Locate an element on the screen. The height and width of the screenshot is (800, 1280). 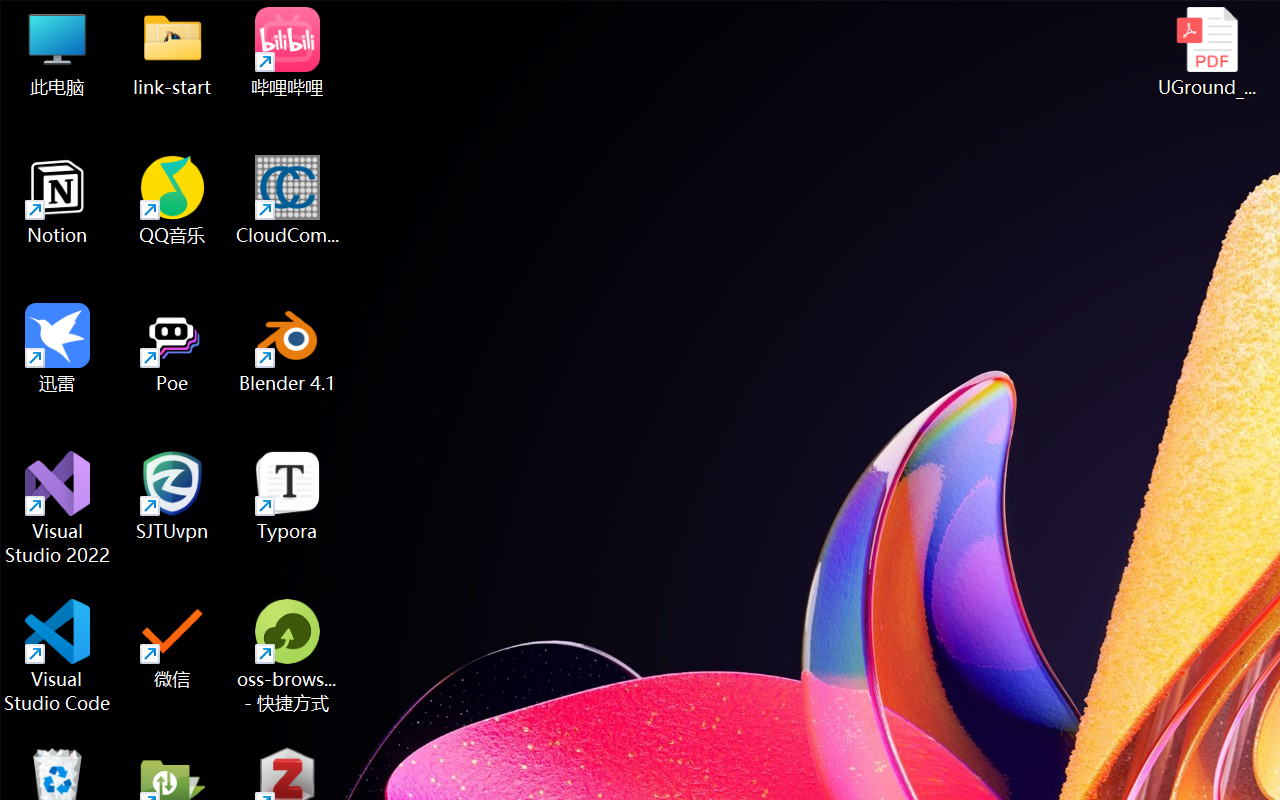
'UGround_paper.pdf' is located at coordinates (1206, 51).